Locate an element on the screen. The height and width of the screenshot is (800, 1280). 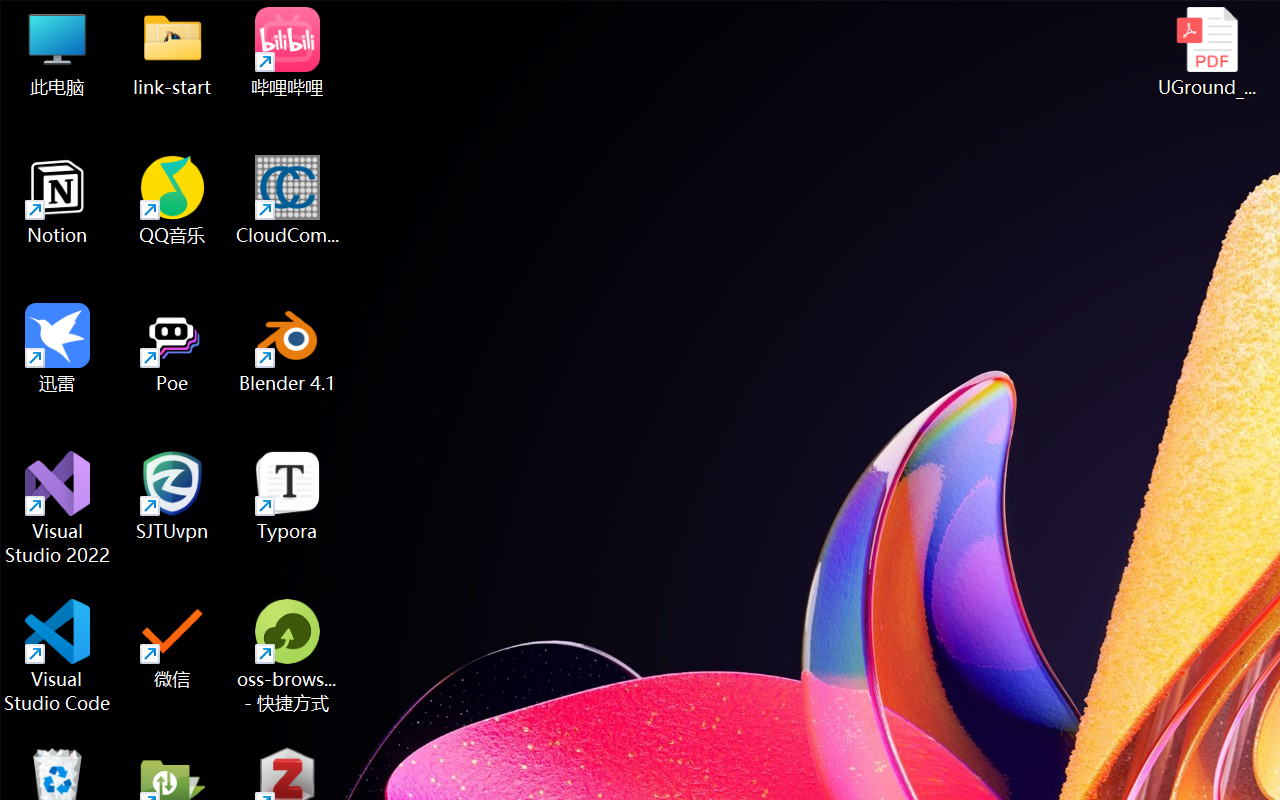
'UGround_paper.pdf' is located at coordinates (1206, 51).